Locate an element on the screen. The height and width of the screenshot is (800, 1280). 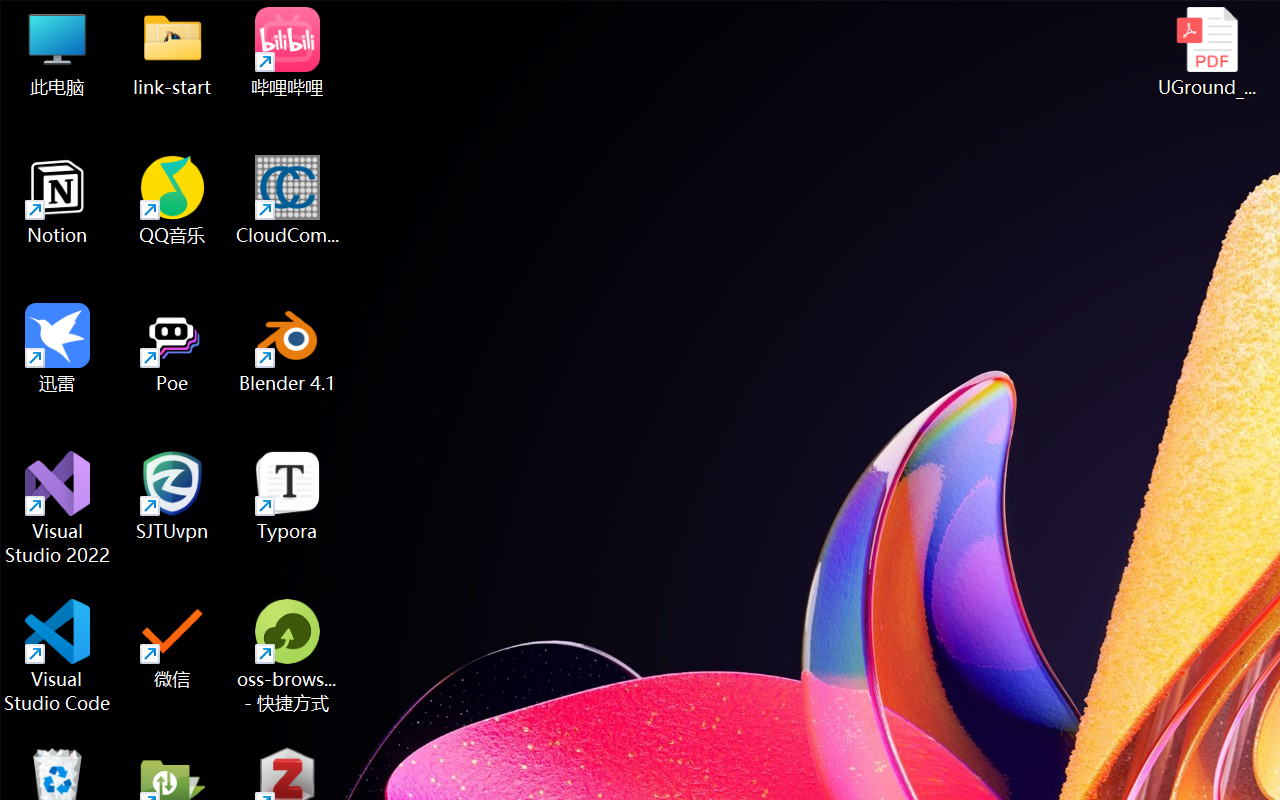
'UGround_paper.pdf' is located at coordinates (1206, 51).